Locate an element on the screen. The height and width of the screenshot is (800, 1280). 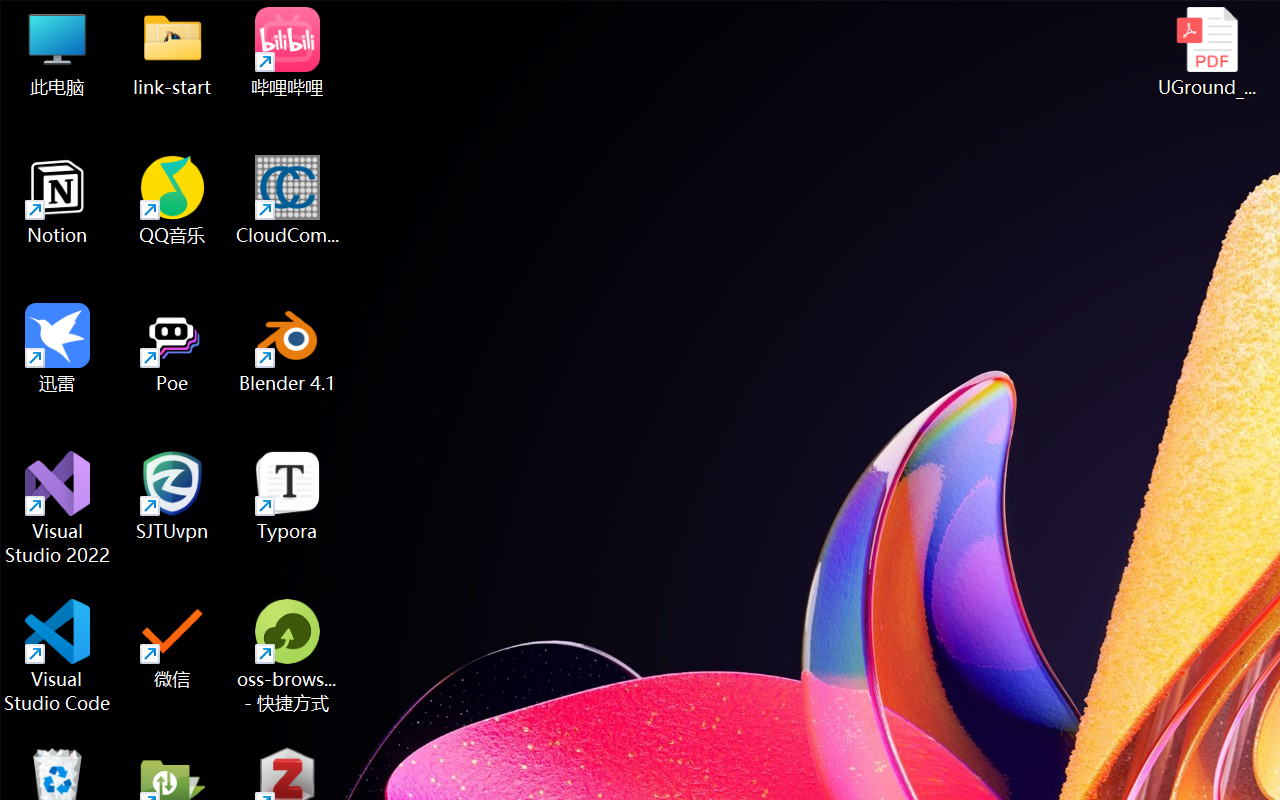
'UGround_paper.pdf' is located at coordinates (1206, 51).